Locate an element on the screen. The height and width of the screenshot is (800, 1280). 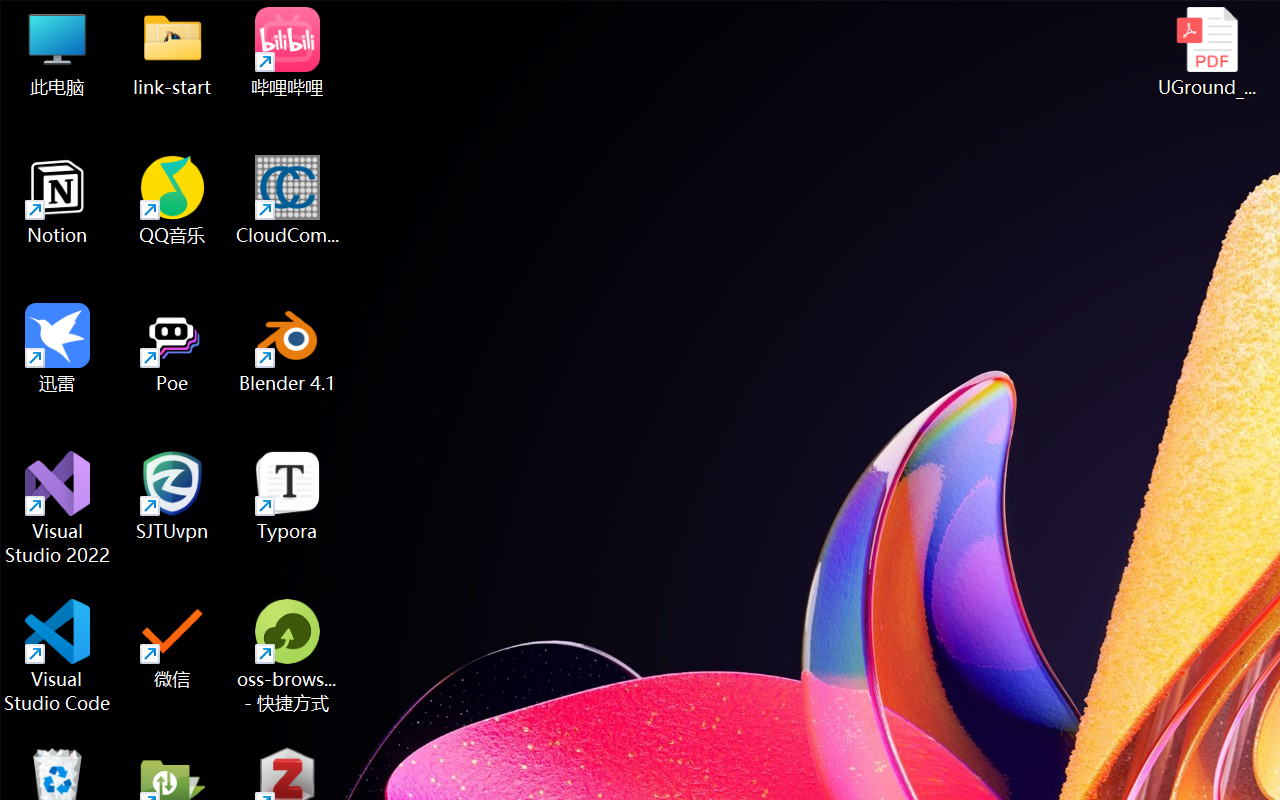
'UGround_paper.pdf' is located at coordinates (1206, 51).